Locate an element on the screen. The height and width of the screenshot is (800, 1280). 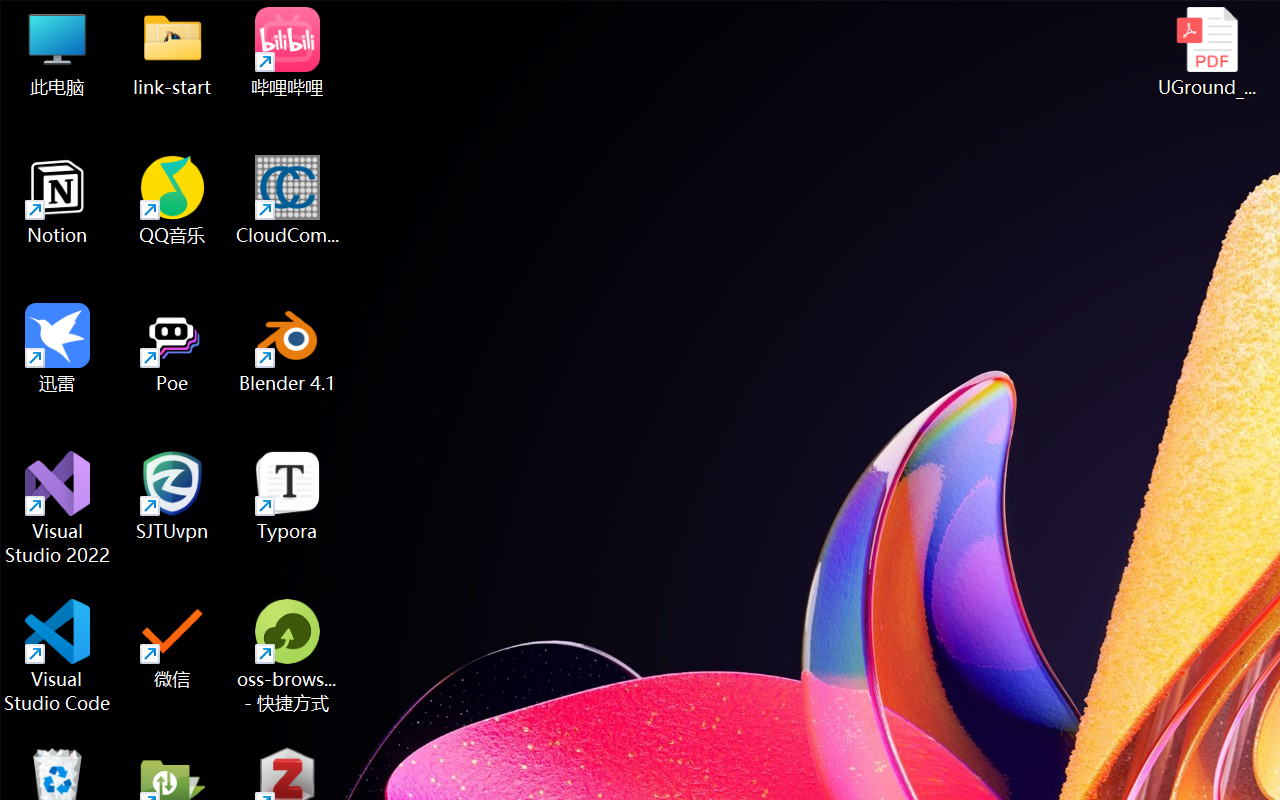
'UGround_paper.pdf' is located at coordinates (1206, 51).